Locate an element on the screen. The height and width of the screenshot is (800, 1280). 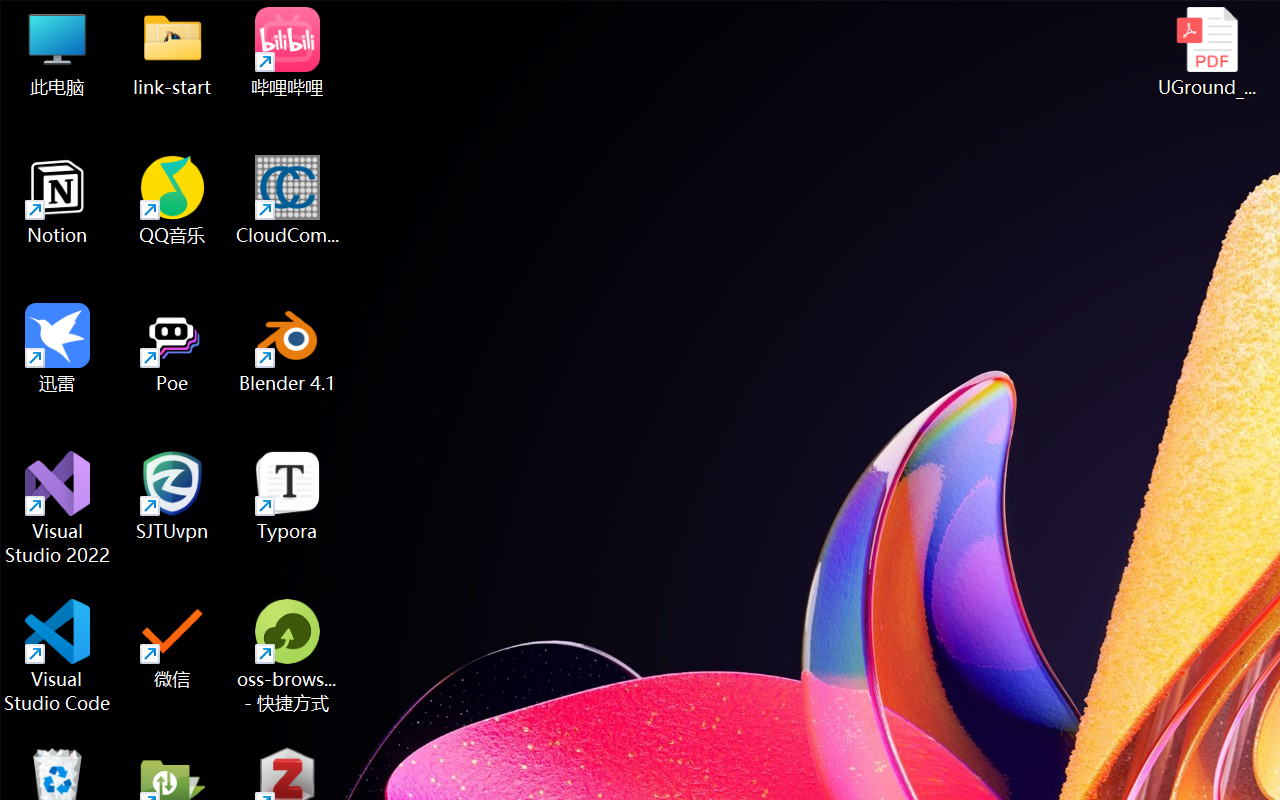
'UGround_paper.pdf' is located at coordinates (1206, 51).